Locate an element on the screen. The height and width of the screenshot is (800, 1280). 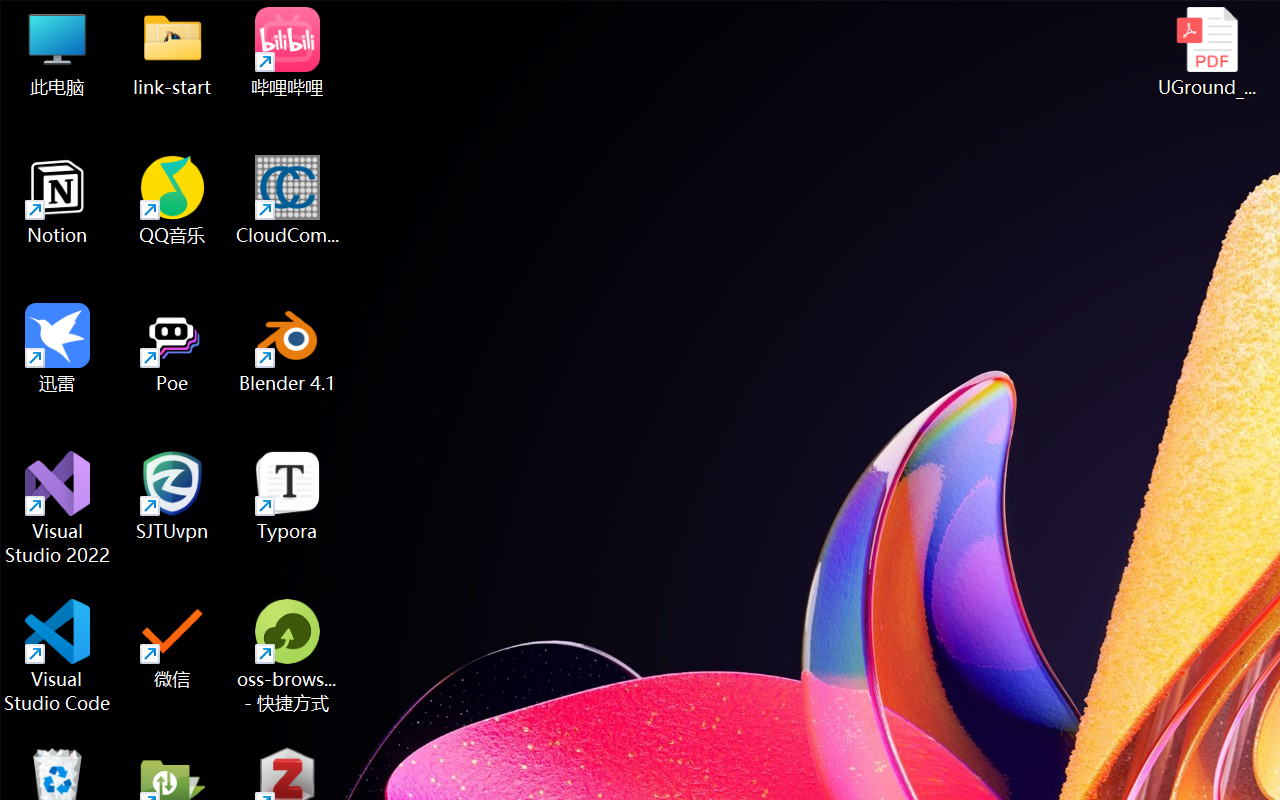
'UGround_paper.pdf' is located at coordinates (1206, 51).